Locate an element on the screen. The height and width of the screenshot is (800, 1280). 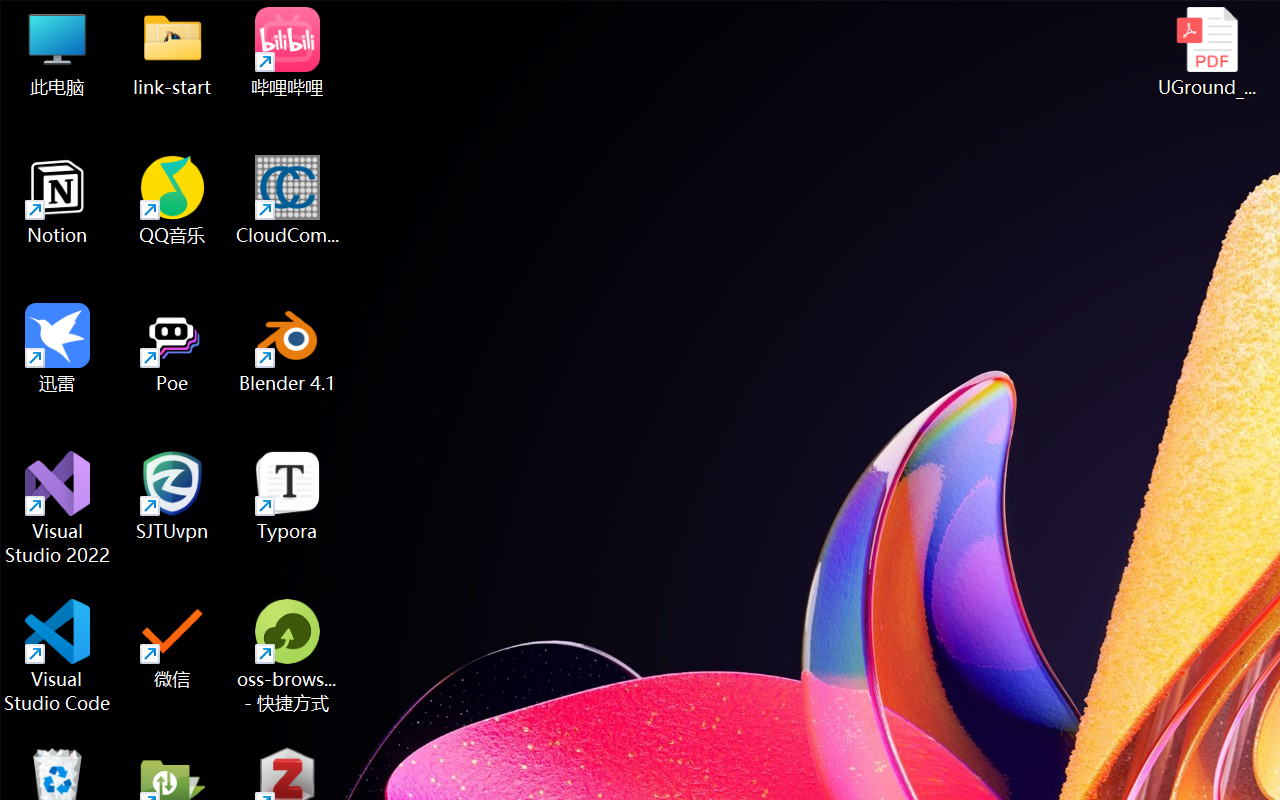
'UGround_paper.pdf' is located at coordinates (1206, 51).